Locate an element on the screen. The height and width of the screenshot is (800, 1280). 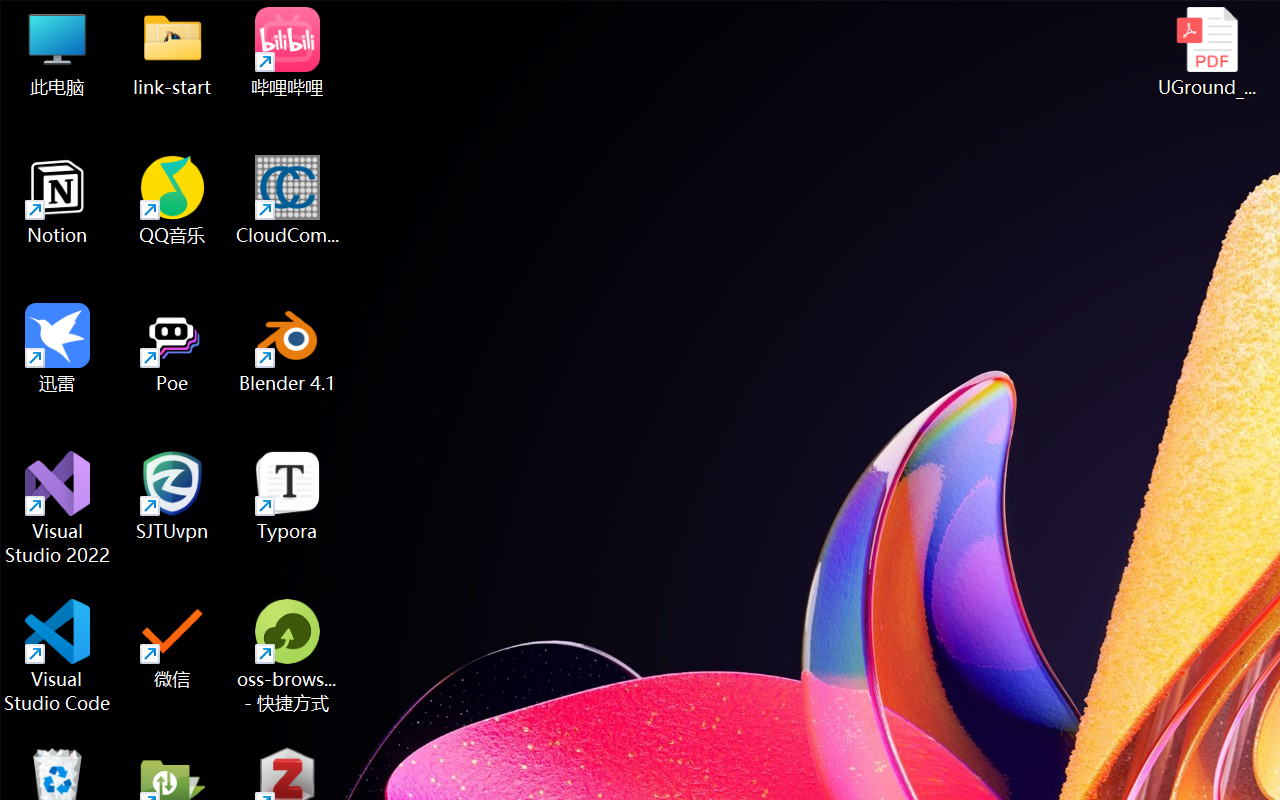
'UGround_paper.pdf' is located at coordinates (1206, 51).